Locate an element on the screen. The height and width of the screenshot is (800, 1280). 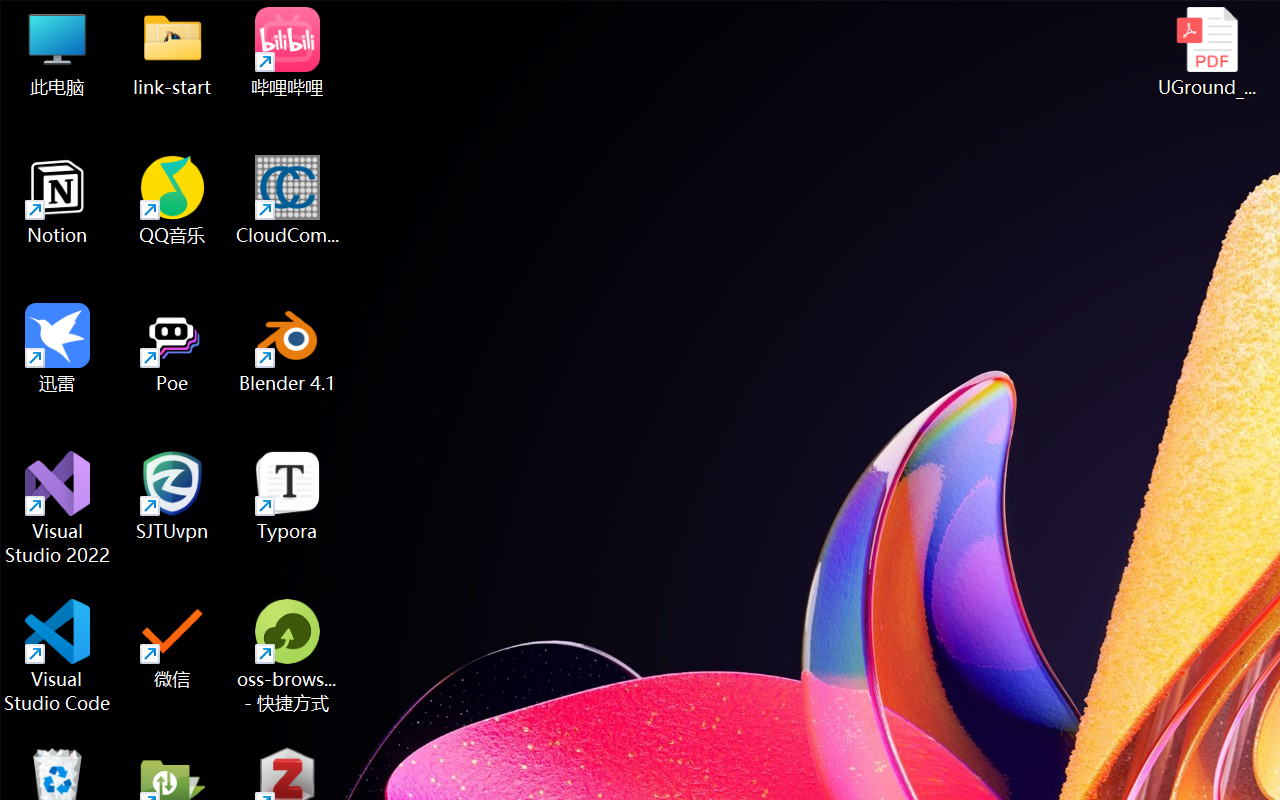
'UGround_paper.pdf' is located at coordinates (1206, 51).